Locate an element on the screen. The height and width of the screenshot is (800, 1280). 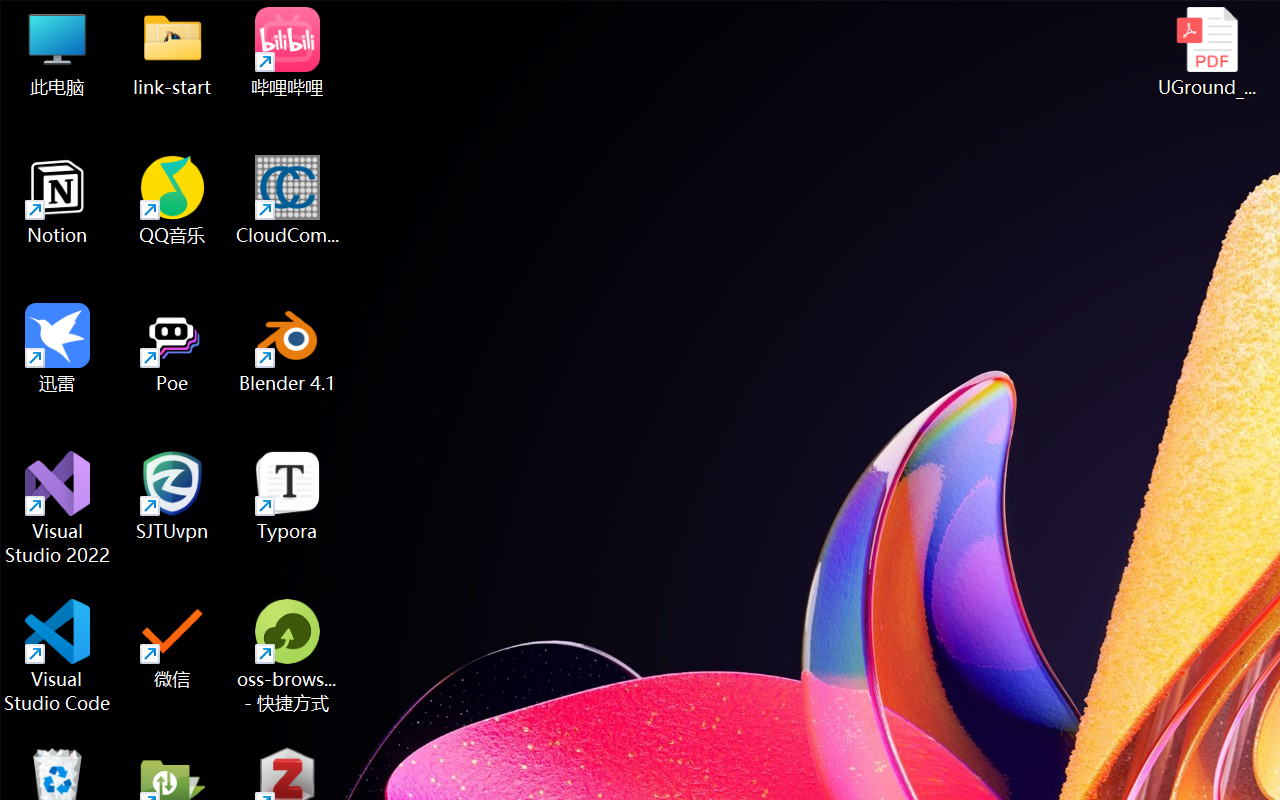
'UGround_paper.pdf' is located at coordinates (1206, 51).